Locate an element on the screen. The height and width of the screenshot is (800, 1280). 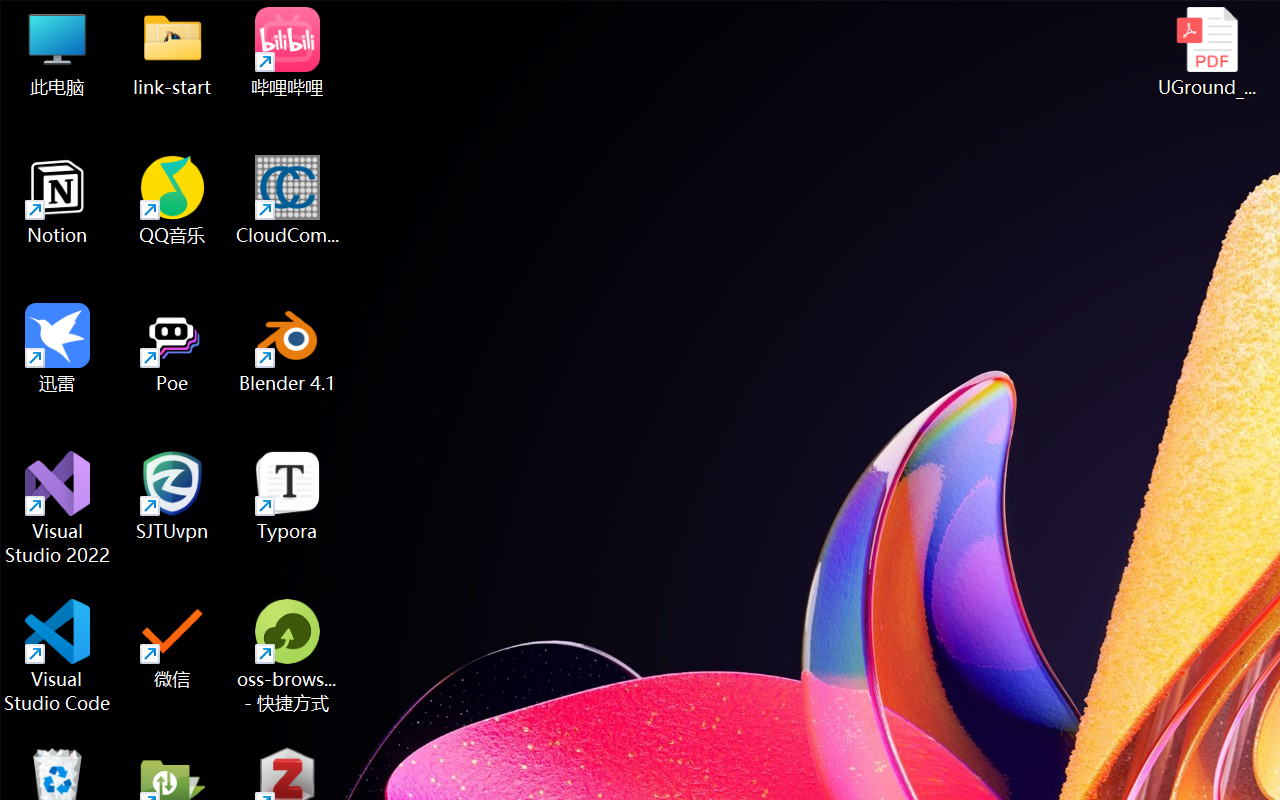
'UGround_paper.pdf' is located at coordinates (1206, 51).